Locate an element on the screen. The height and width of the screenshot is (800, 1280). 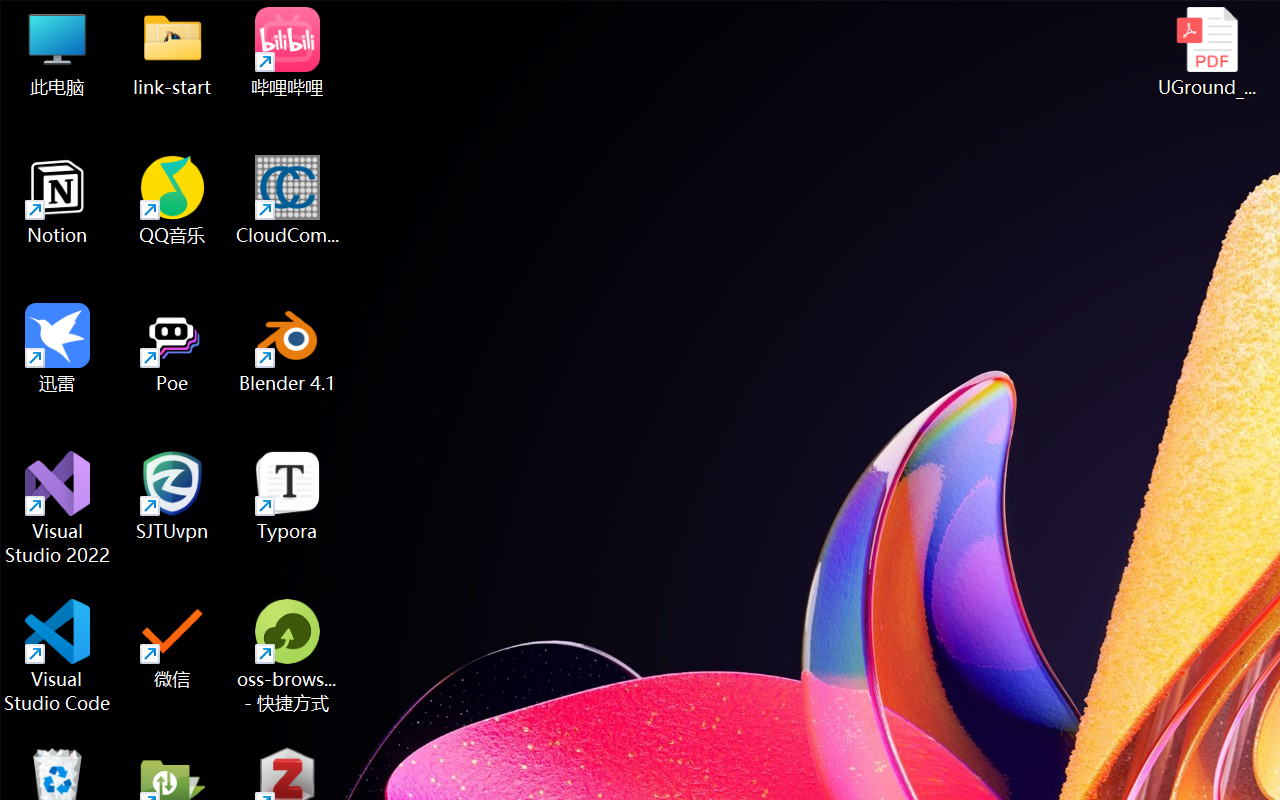
'UGround_paper.pdf' is located at coordinates (1206, 51).